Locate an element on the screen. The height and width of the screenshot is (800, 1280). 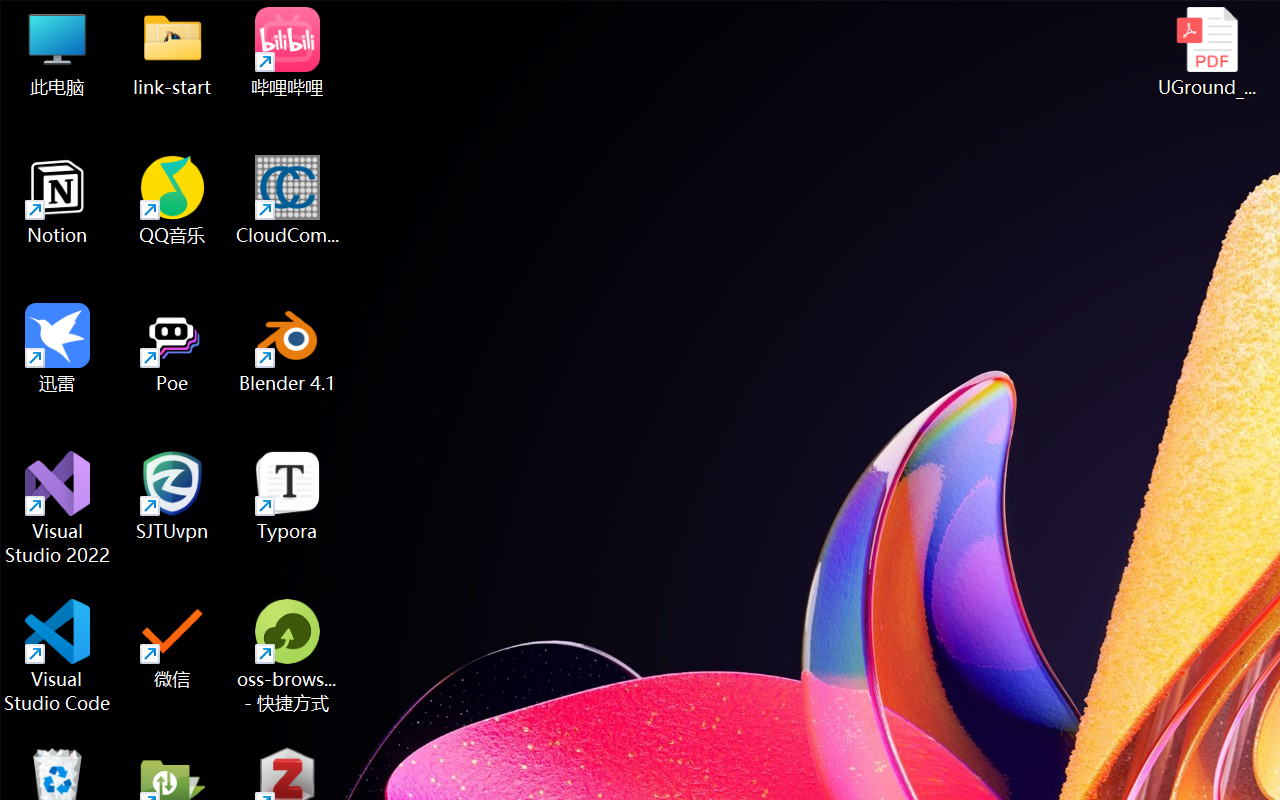
'UGround_paper.pdf' is located at coordinates (1206, 51).